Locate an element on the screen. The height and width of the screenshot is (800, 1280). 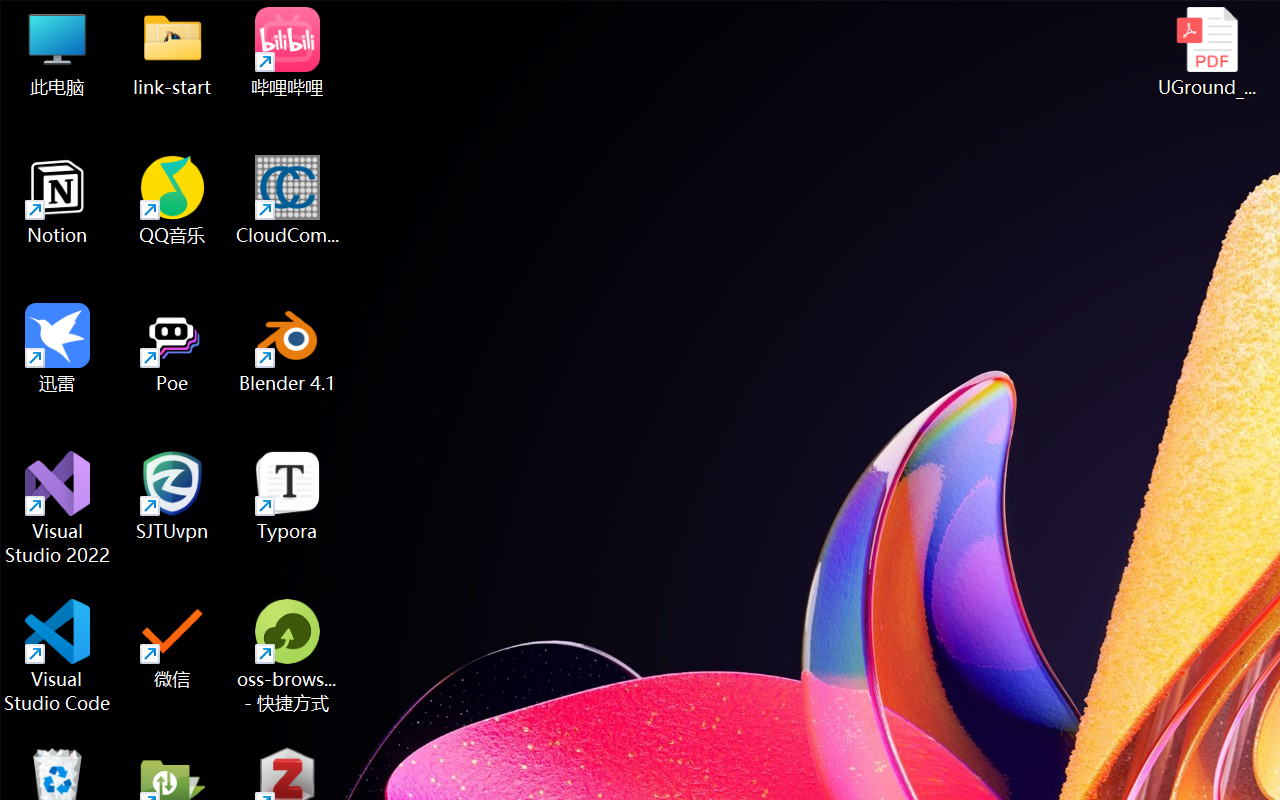
'UGround_paper.pdf' is located at coordinates (1206, 51).